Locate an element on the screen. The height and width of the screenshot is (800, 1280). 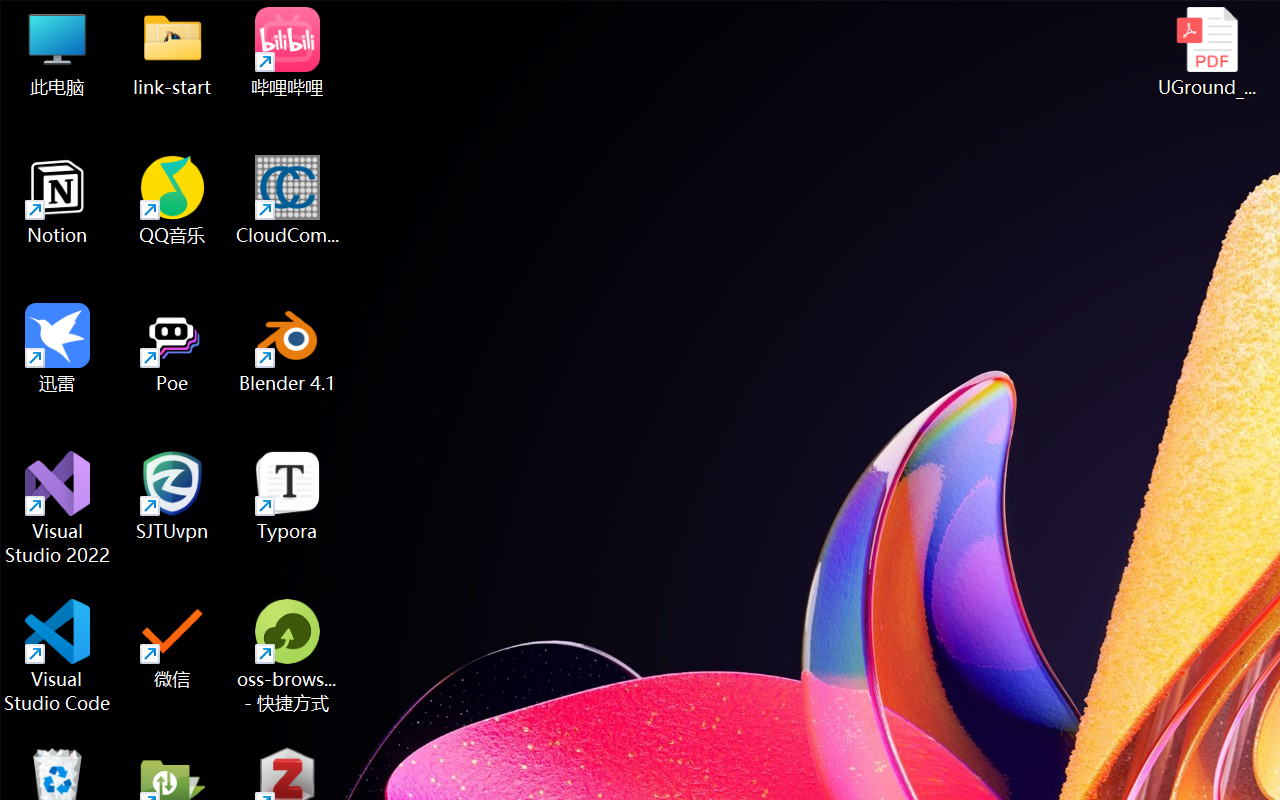
'UGround_paper.pdf' is located at coordinates (1206, 51).